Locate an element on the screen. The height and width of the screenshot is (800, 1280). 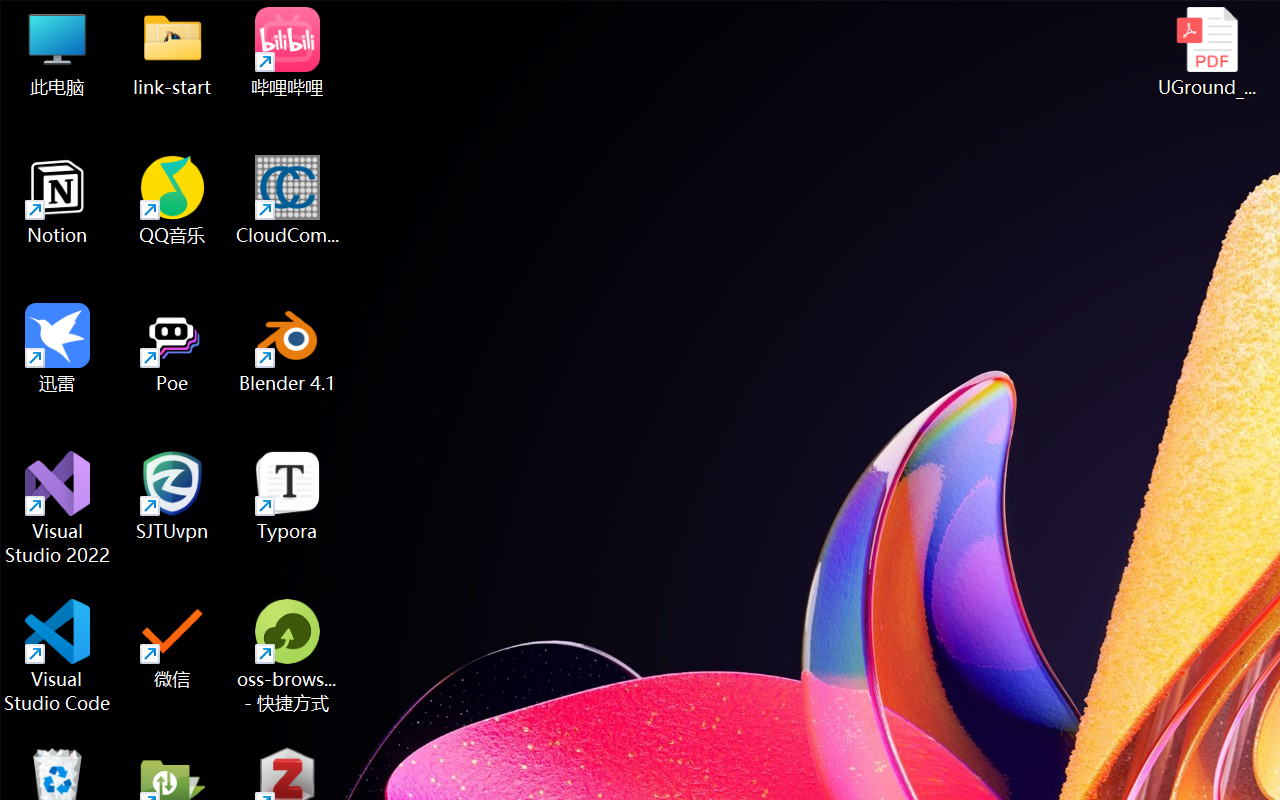
'UGround_paper.pdf' is located at coordinates (1206, 51).